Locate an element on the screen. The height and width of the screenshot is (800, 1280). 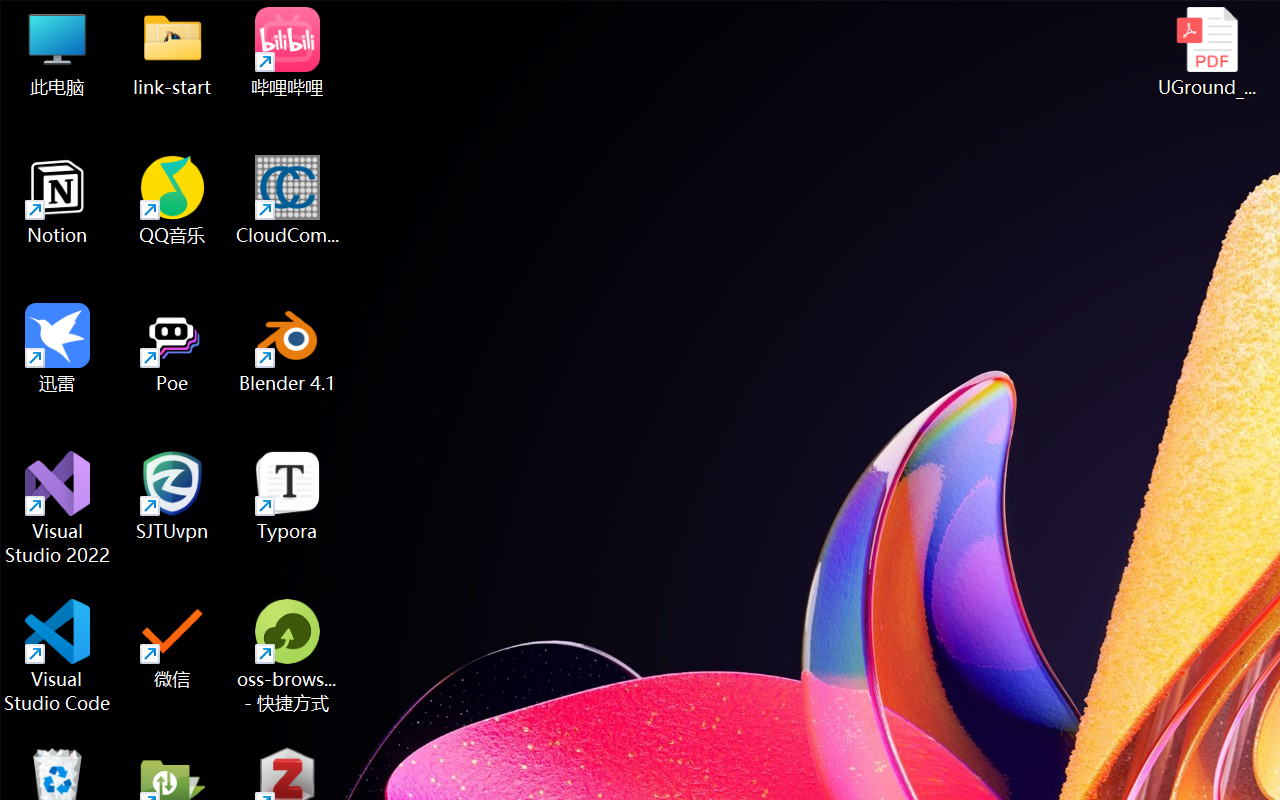
'UGround_paper.pdf' is located at coordinates (1206, 51).